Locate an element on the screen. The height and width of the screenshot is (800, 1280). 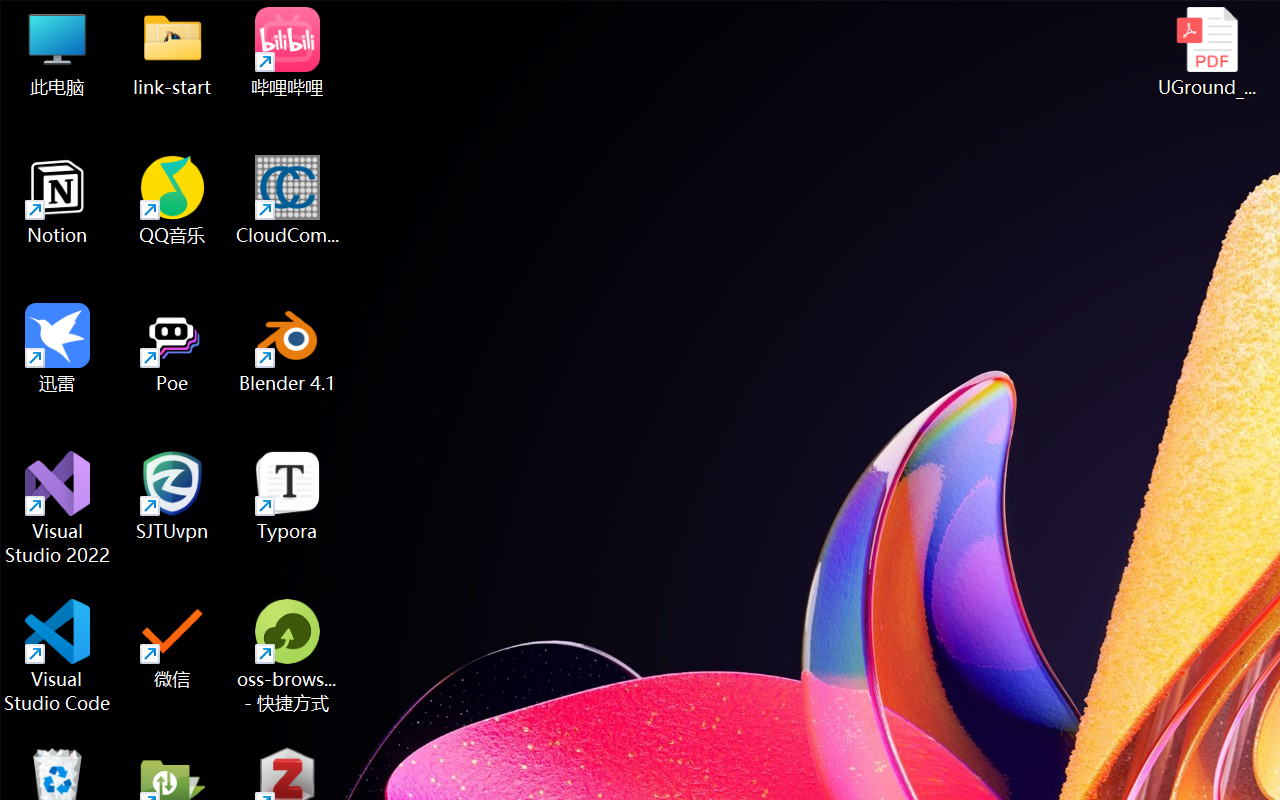
'UGround_paper.pdf' is located at coordinates (1206, 51).